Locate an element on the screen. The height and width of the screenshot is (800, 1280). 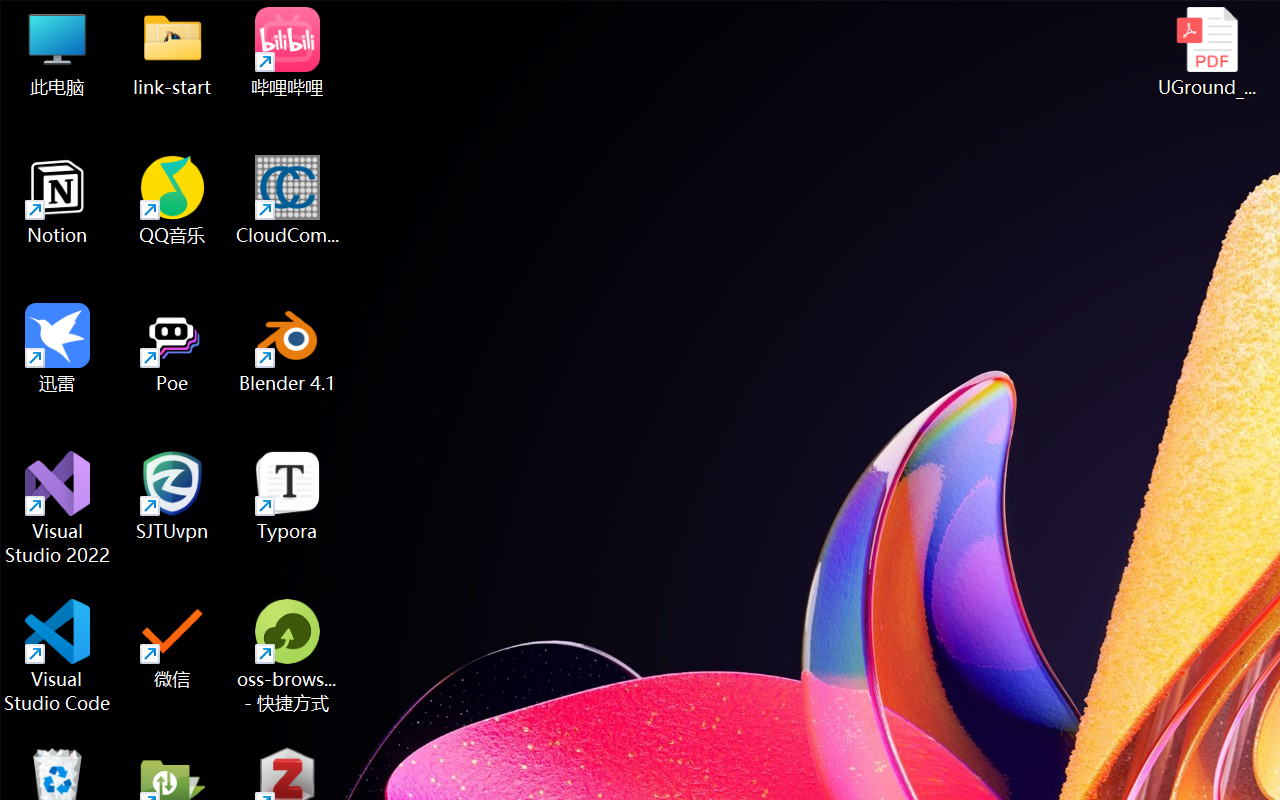
'UGround_paper.pdf' is located at coordinates (1206, 51).